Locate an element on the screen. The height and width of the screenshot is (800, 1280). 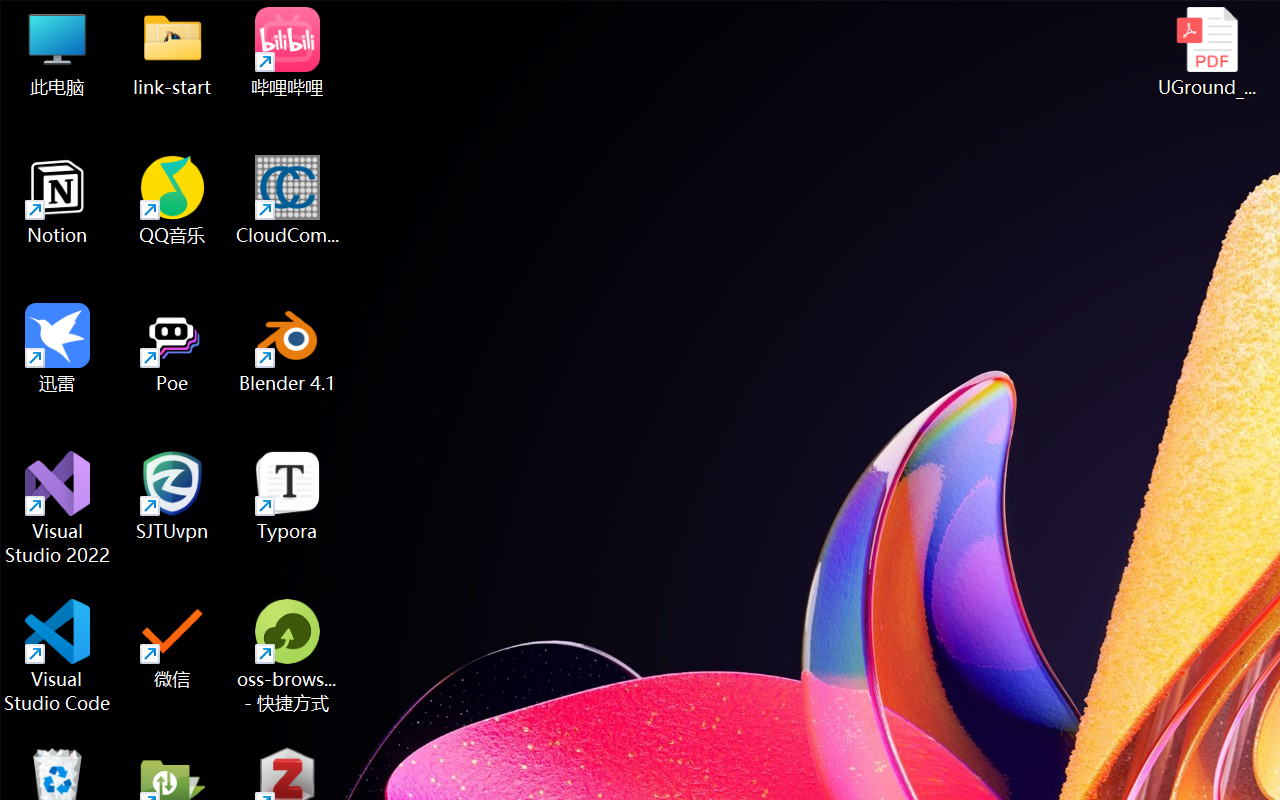
'UGround_paper.pdf' is located at coordinates (1206, 51).